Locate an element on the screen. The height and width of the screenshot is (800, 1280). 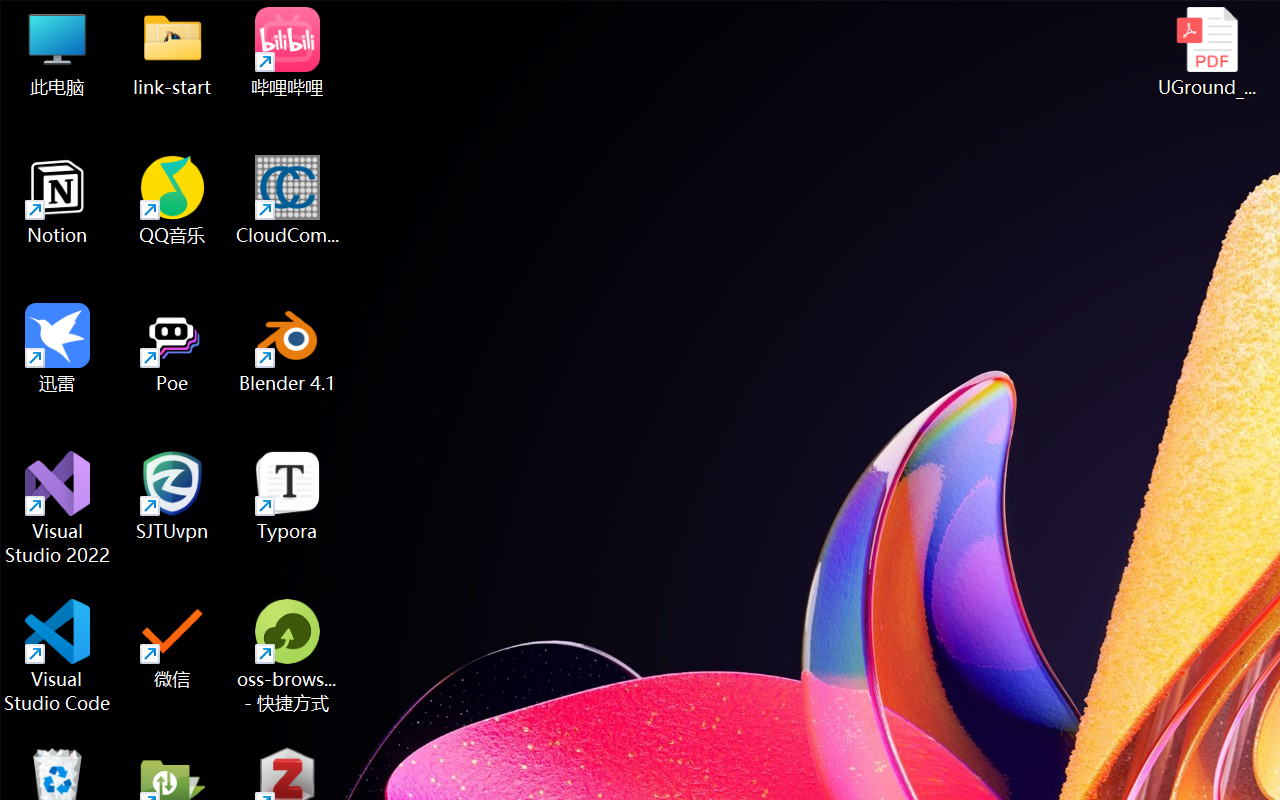
'UGround_paper.pdf' is located at coordinates (1206, 51).